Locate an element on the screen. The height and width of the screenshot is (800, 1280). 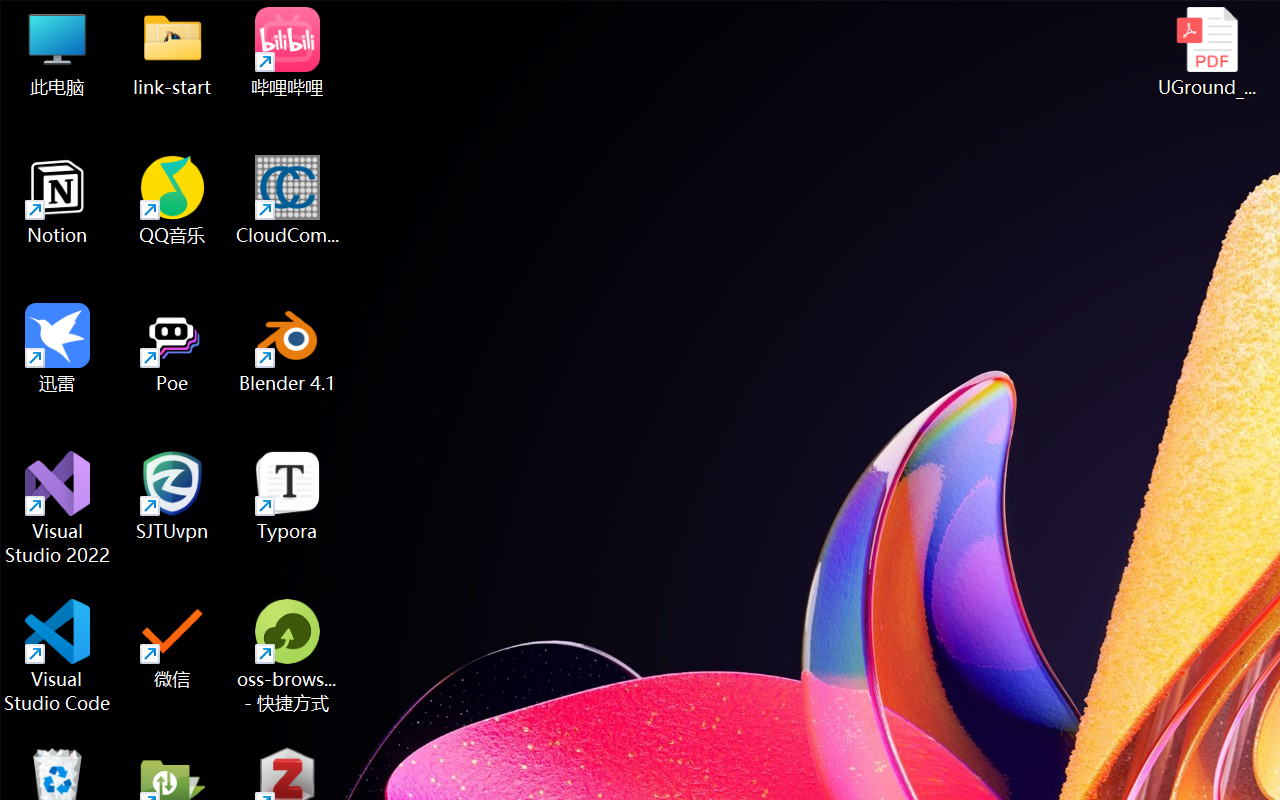
'UGround_paper.pdf' is located at coordinates (1206, 51).